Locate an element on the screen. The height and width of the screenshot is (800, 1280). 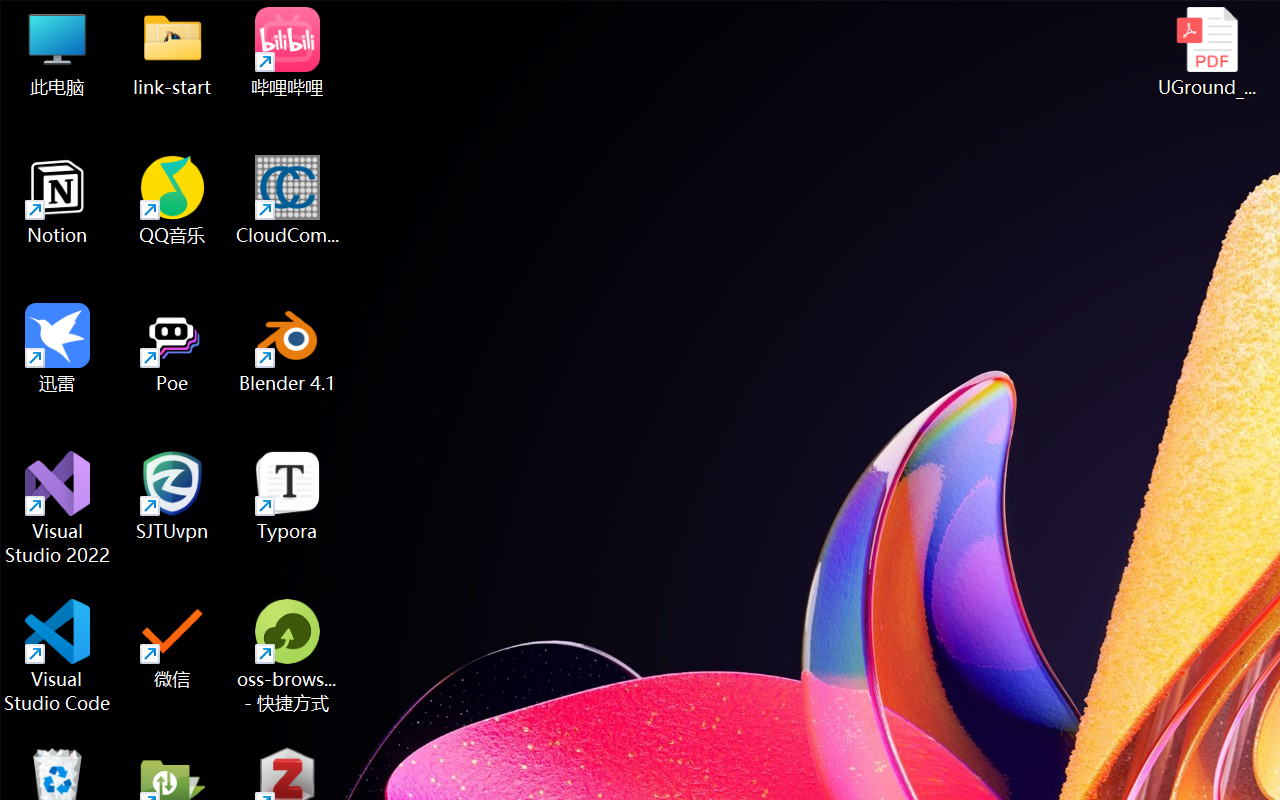
'UGround_paper.pdf' is located at coordinates (1206, 51).